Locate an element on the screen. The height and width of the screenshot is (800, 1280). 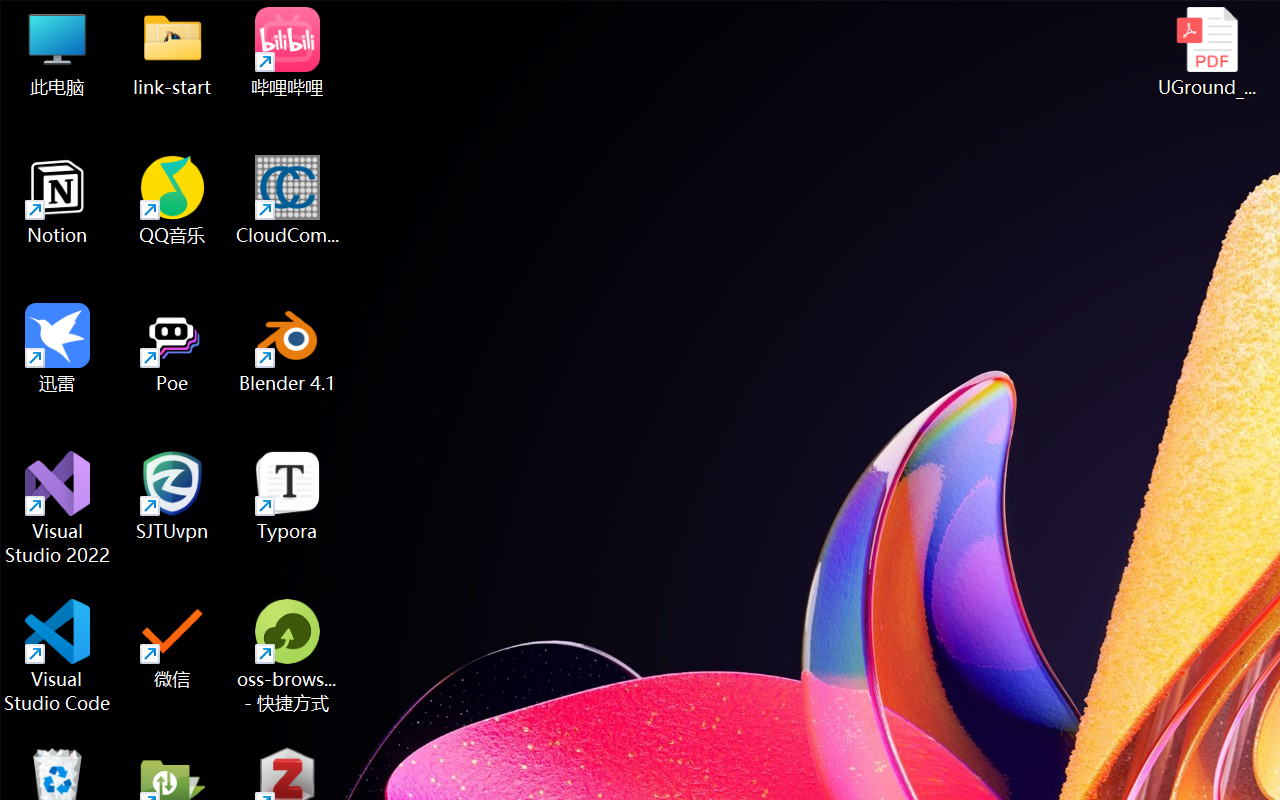
'UGround_paper.pdf' is located at coordinates (1206, 51).